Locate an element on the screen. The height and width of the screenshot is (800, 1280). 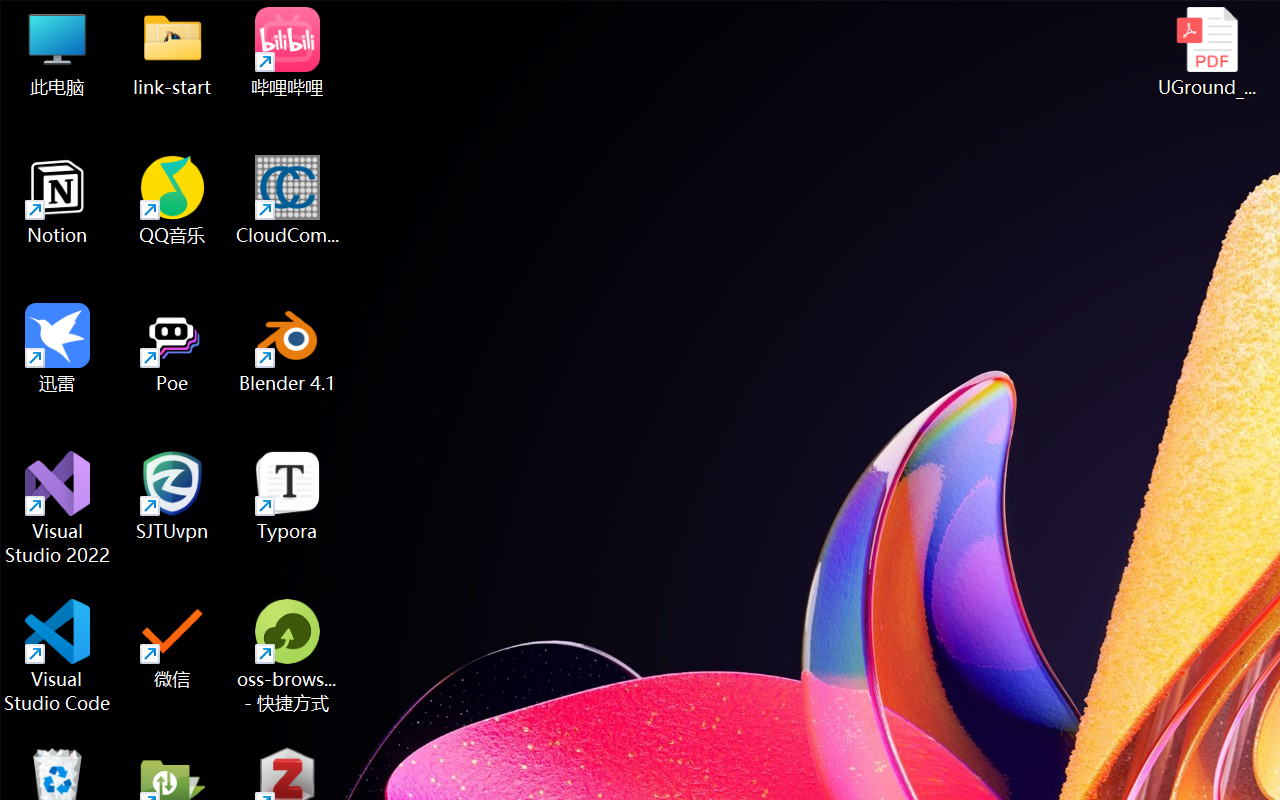
'UGround_paper.pdf' is located at coordinates (1206, 51).